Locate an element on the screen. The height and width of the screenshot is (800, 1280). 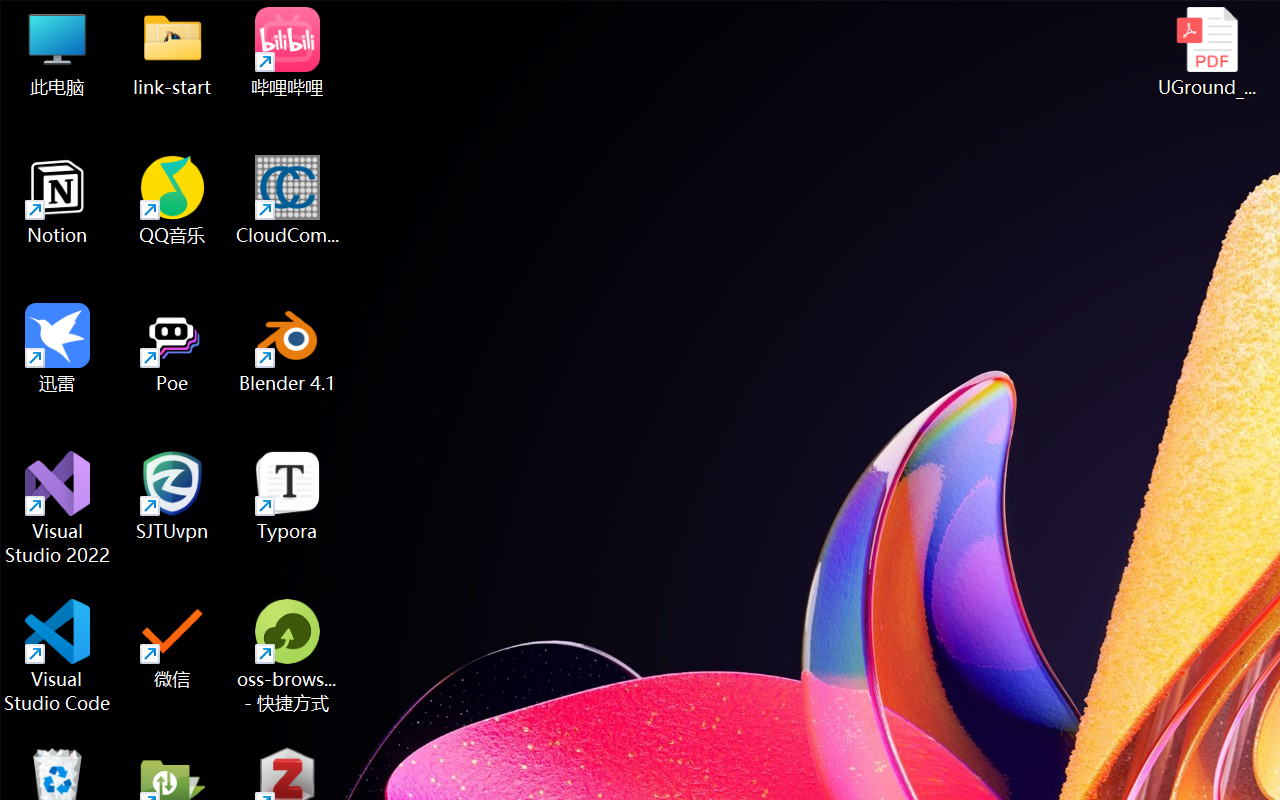
'UGround_paper.pdf' is located at coordinates (1206, 51).